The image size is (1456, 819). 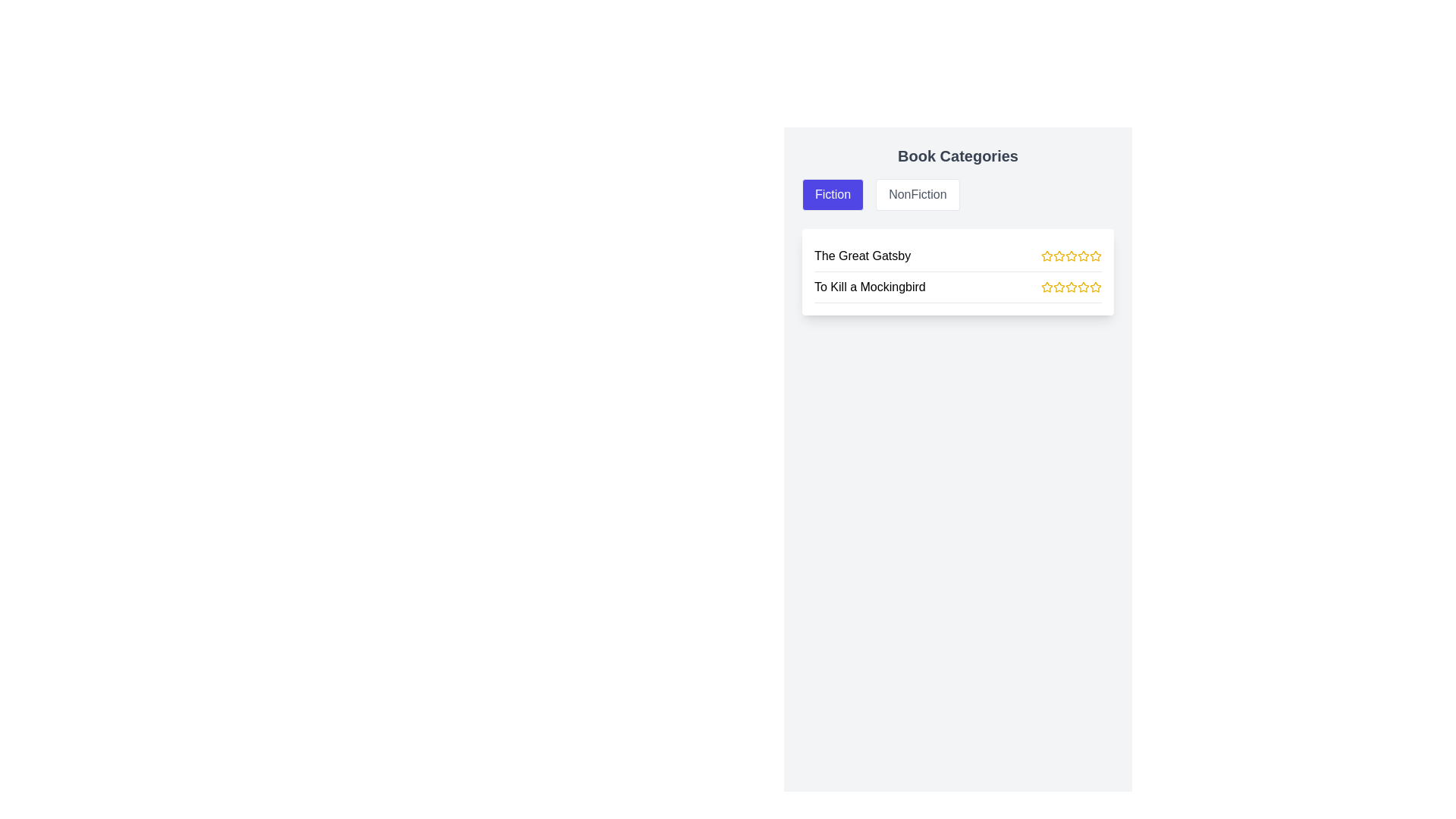 I want to click on the second star icon in the rating section for the book 'To Kill a Mockingbird', so click(x=1070, y=287).